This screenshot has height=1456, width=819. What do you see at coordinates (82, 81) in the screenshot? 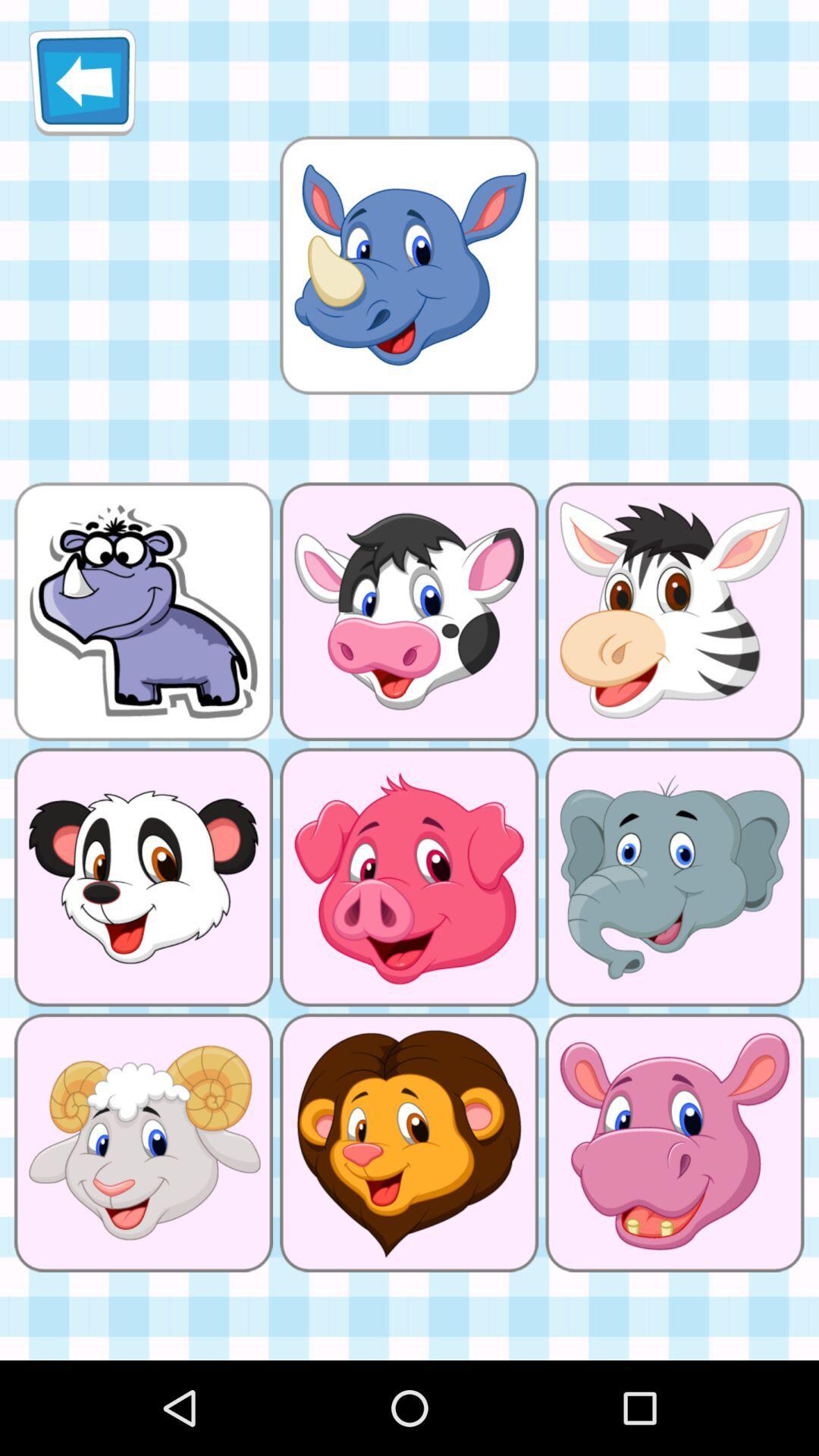
I see `the item at the top left corner` at bounding box center [82, 81].